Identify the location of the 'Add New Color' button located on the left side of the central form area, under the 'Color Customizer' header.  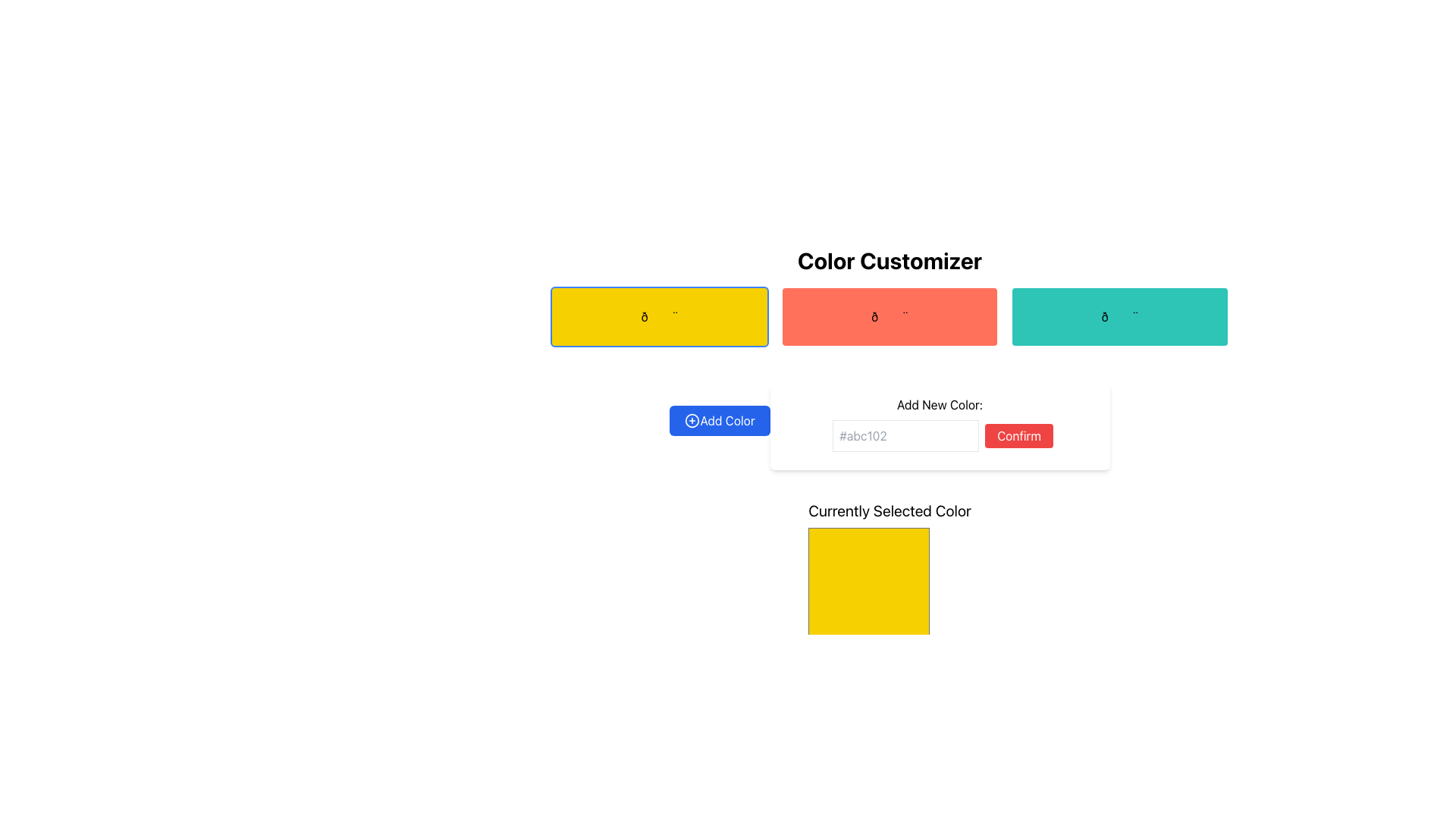
(719, 421).